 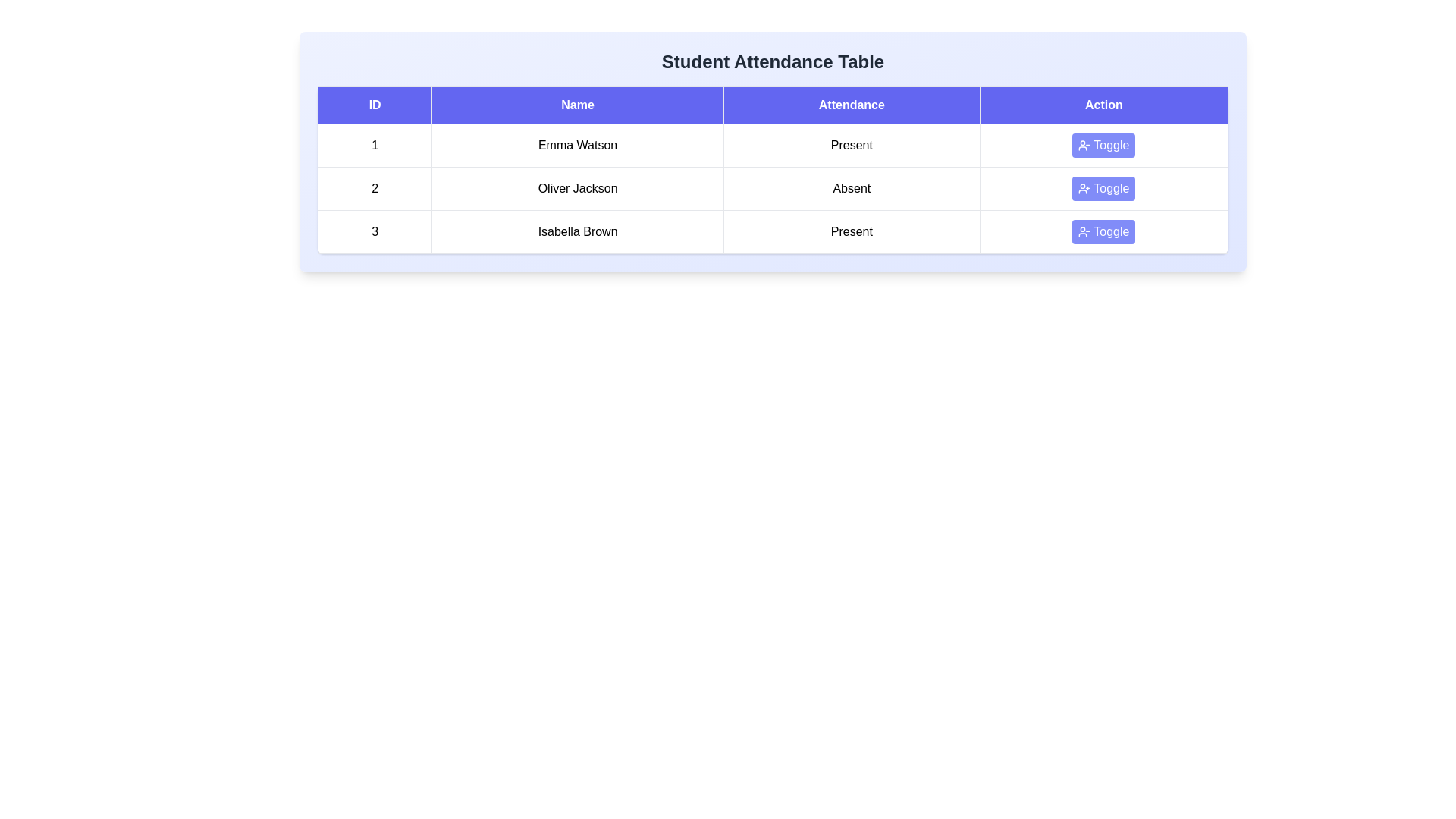 What do you see at coordinates (1103, 231) in the screenshot?
I see `the blue rectangular button labeled 'Toggle' with a user silhouette icon in the last row of the 'Action' column of the 'Student Attendance Table'` at bounding box center [1103, 231].